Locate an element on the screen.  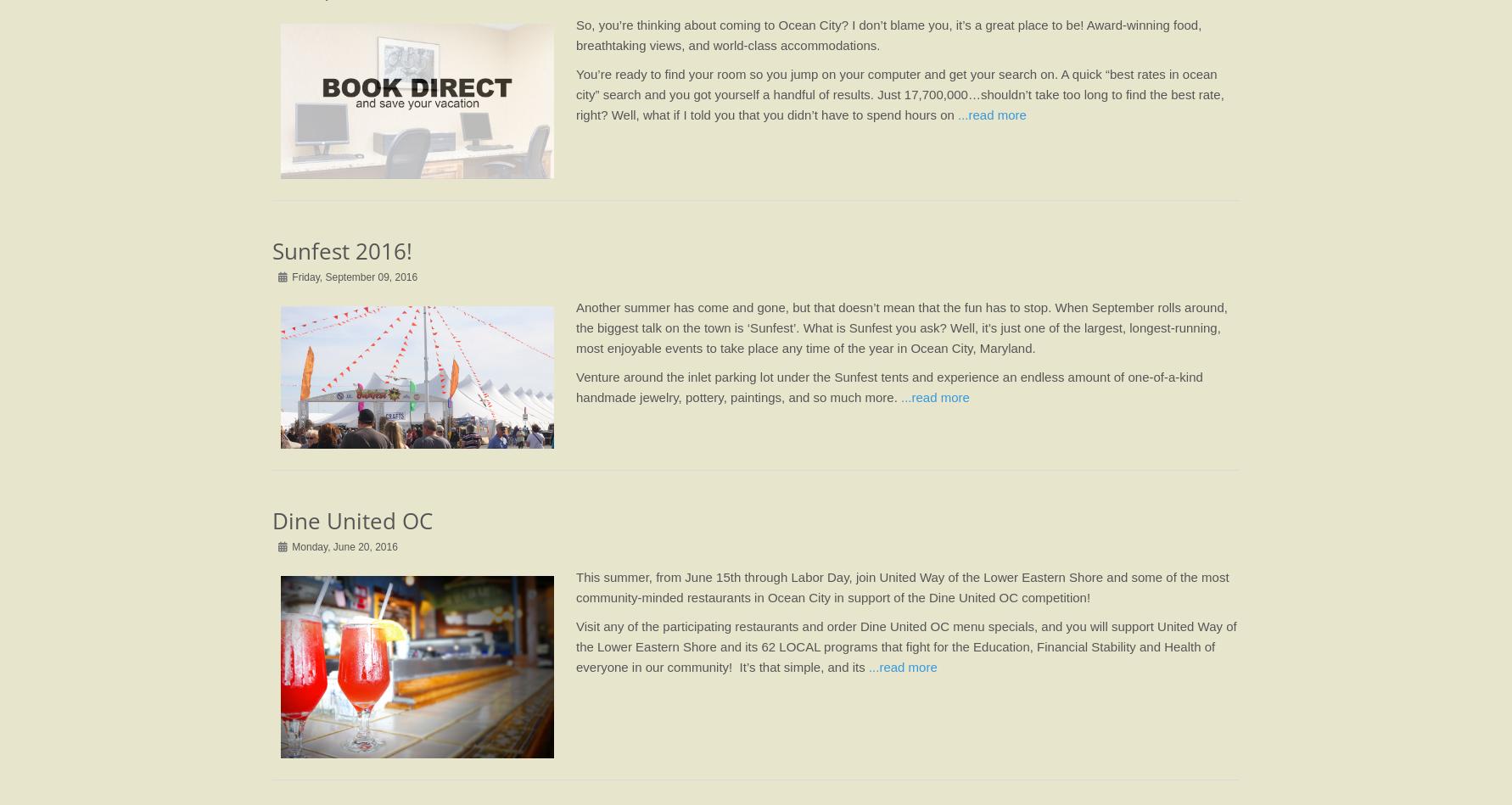
'Dine United OC' is located at coordinates (352, 518).